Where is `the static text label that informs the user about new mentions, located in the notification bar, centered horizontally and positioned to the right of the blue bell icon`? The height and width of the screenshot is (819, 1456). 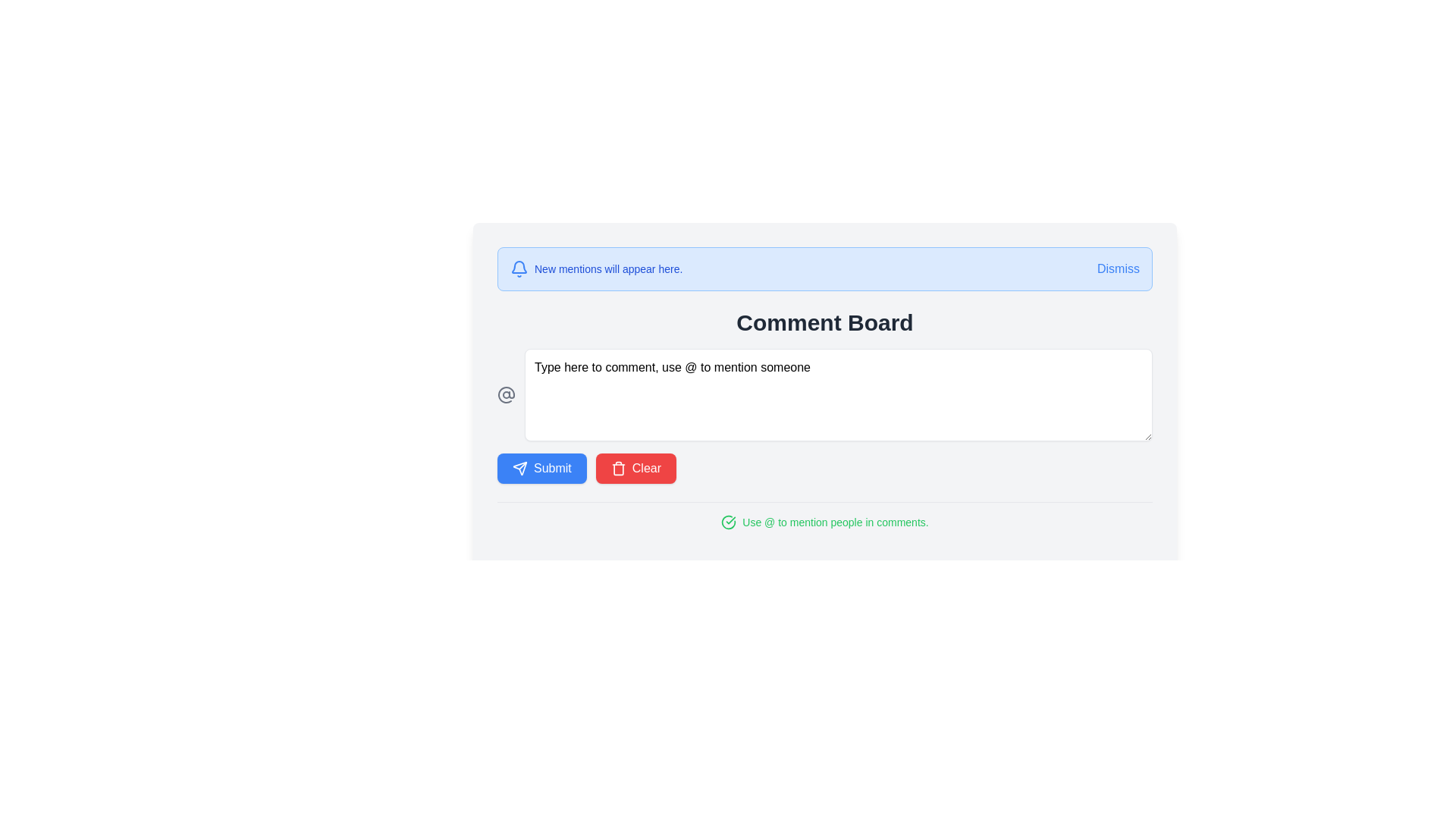 the static text label that informs the user about new mentions, located in the notification bar, centered horizontally and positioned to the right of the blue bell icon is located at coordinates (608, 268).